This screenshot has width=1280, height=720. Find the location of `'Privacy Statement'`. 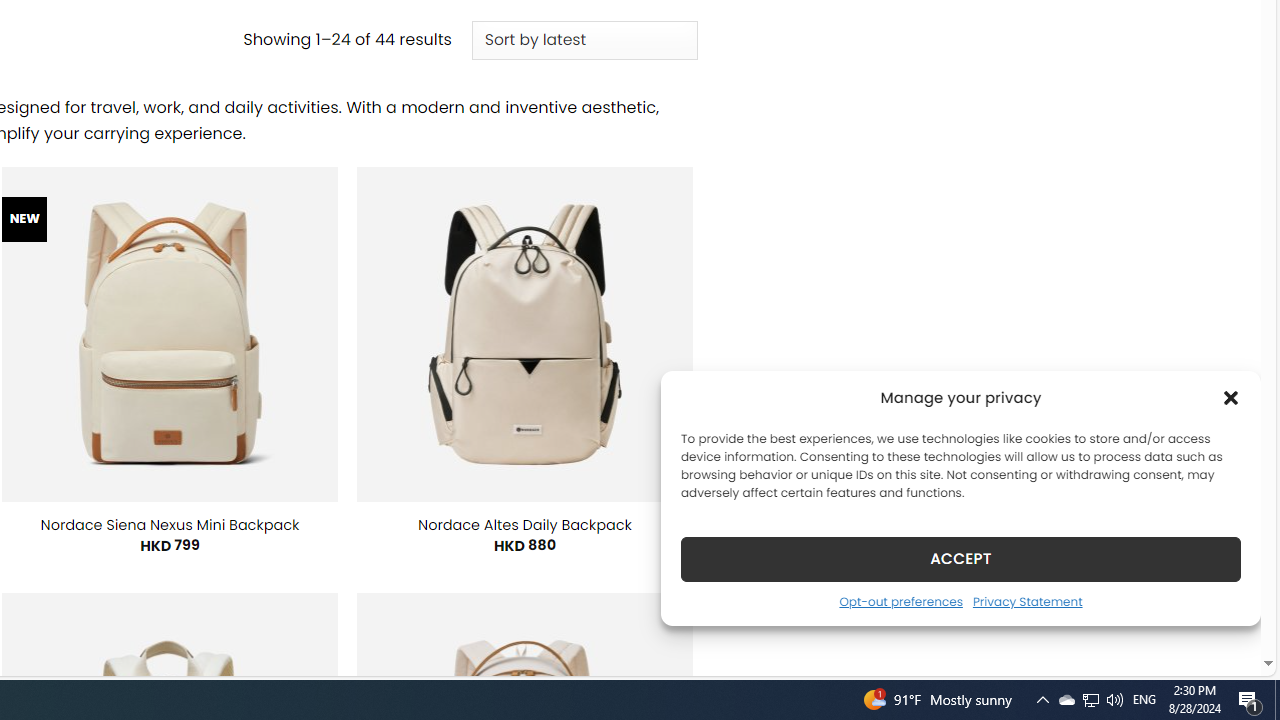

'Privacy Statement' is located at coordinates (1027, 600).